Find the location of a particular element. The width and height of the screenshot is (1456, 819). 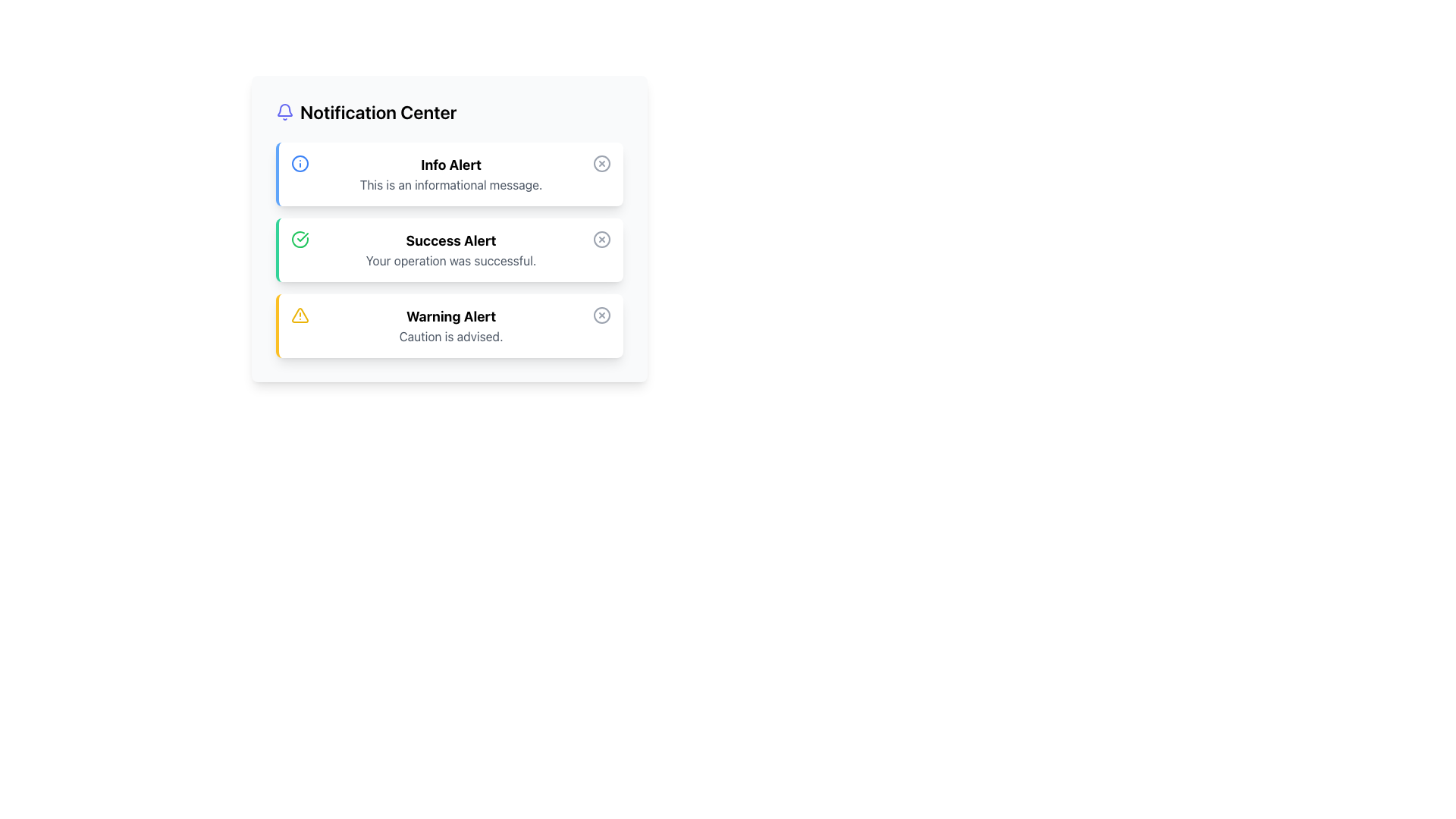

the small green checkmark icon inside the circular border of the 'Success Alert' card located in the Notification Center is located at coordinates (303, 237).